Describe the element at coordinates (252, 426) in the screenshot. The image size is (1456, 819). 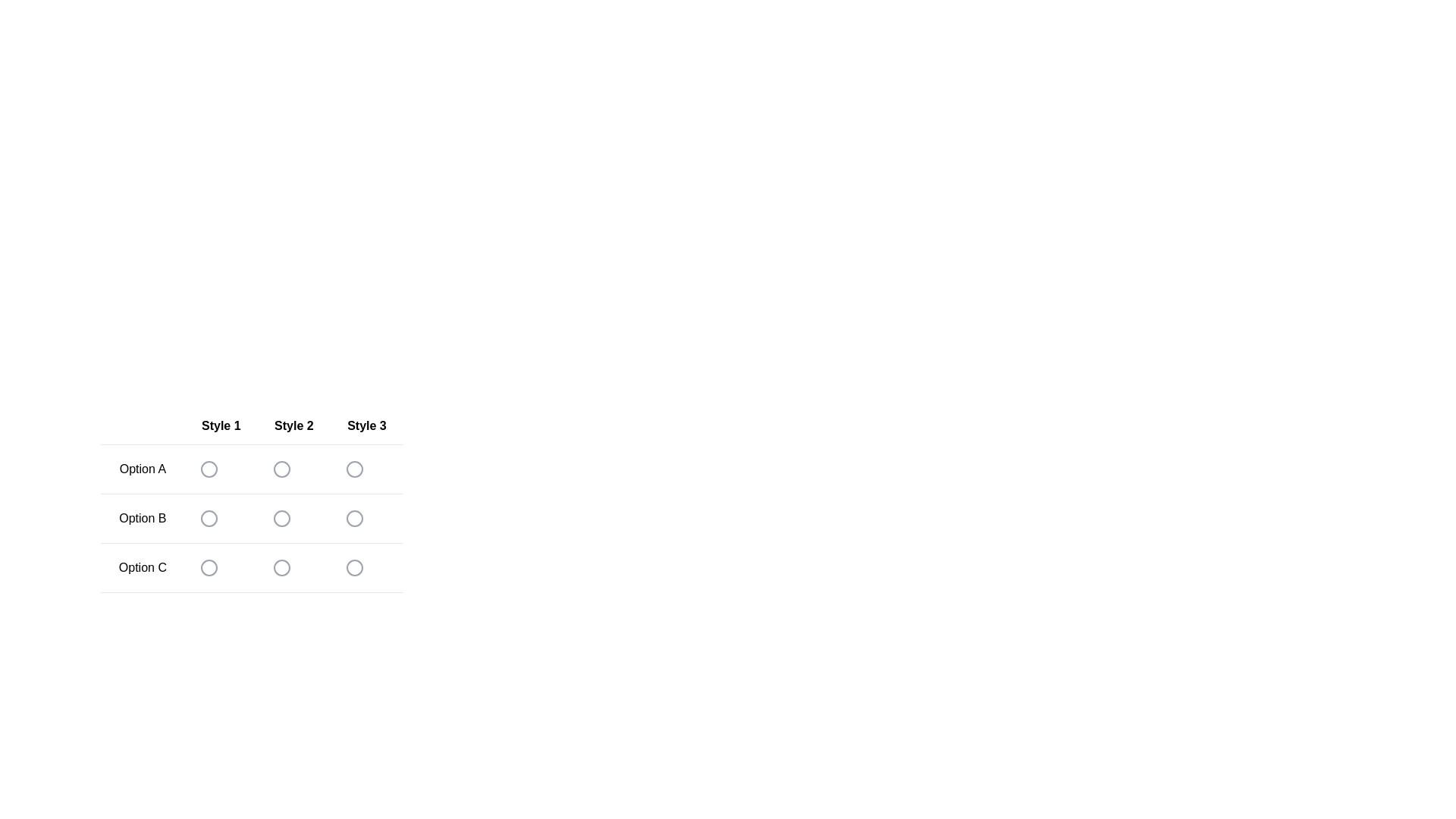
I see `the row header of the table, which includes 'Style 1', 'Style 2', and 'Style 3'` at that location.